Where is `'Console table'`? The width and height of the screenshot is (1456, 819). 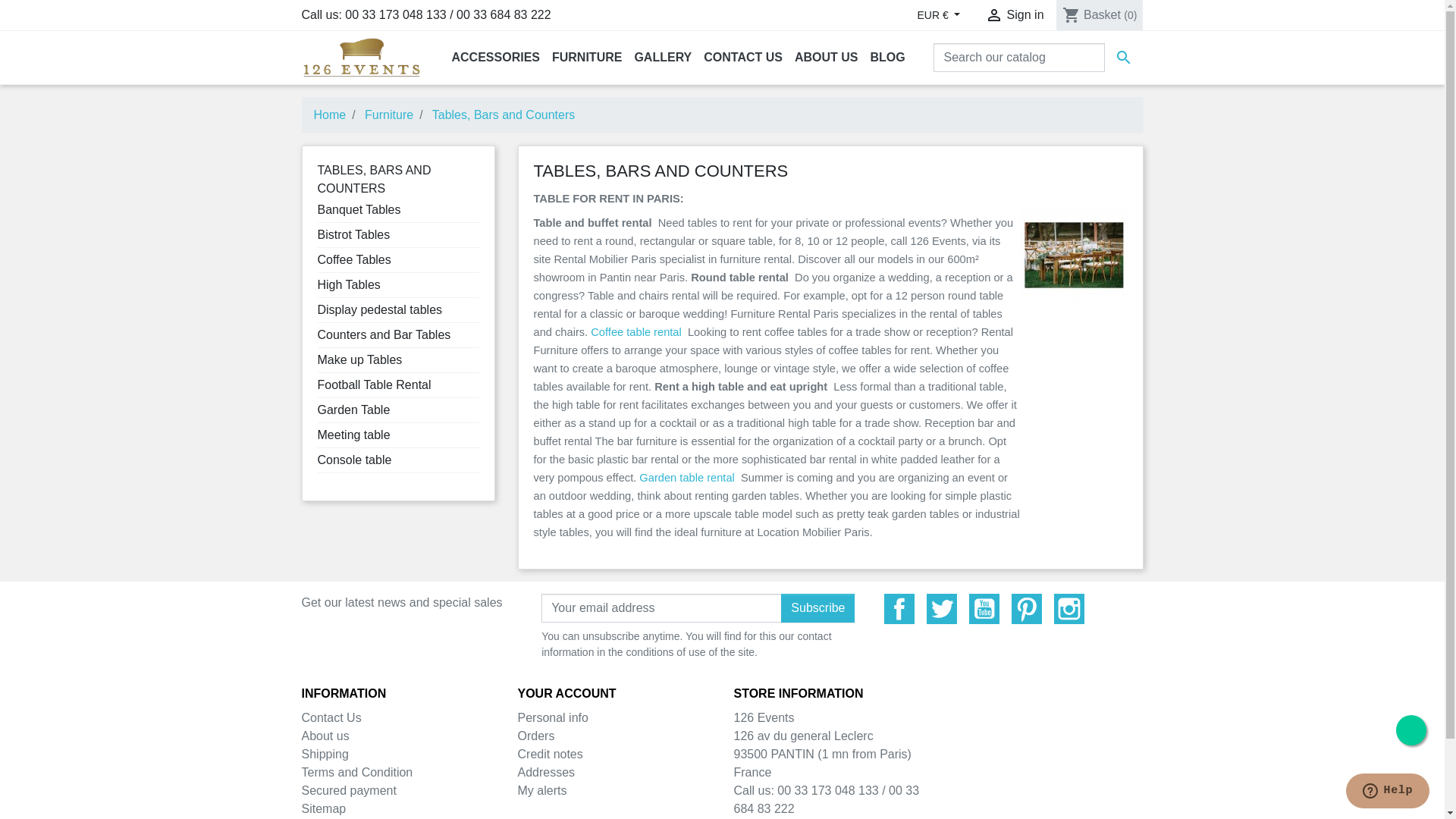 'Console table' is located at coordinates (315, 459).